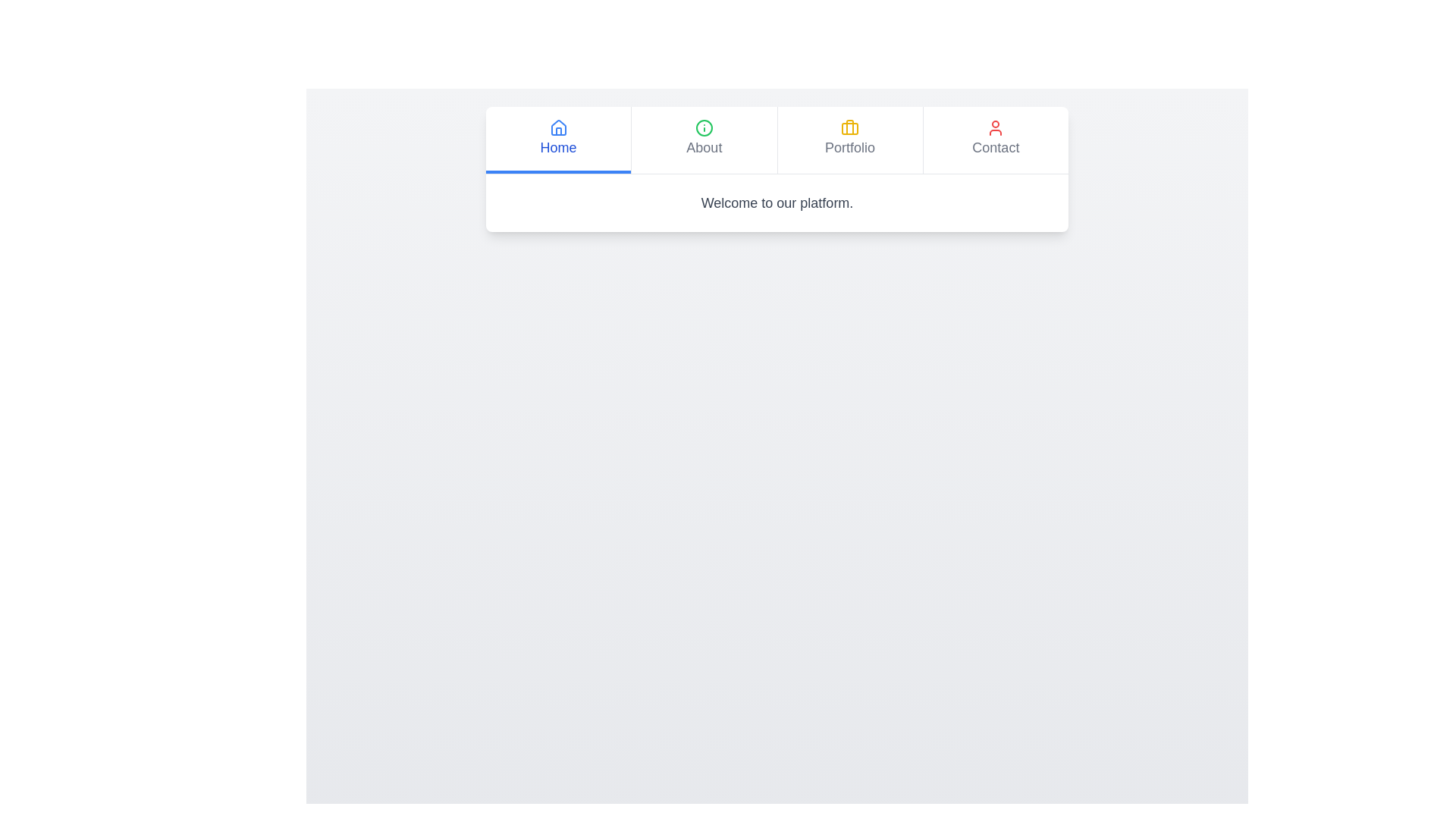 Image resolution: width=1456 pixels, height=819 pixels. What do you see at coordinates (995, 140) in the screenshot?
I see `the Contact tab in the KnowledgeTabs component` at bounding box center [995, 140].